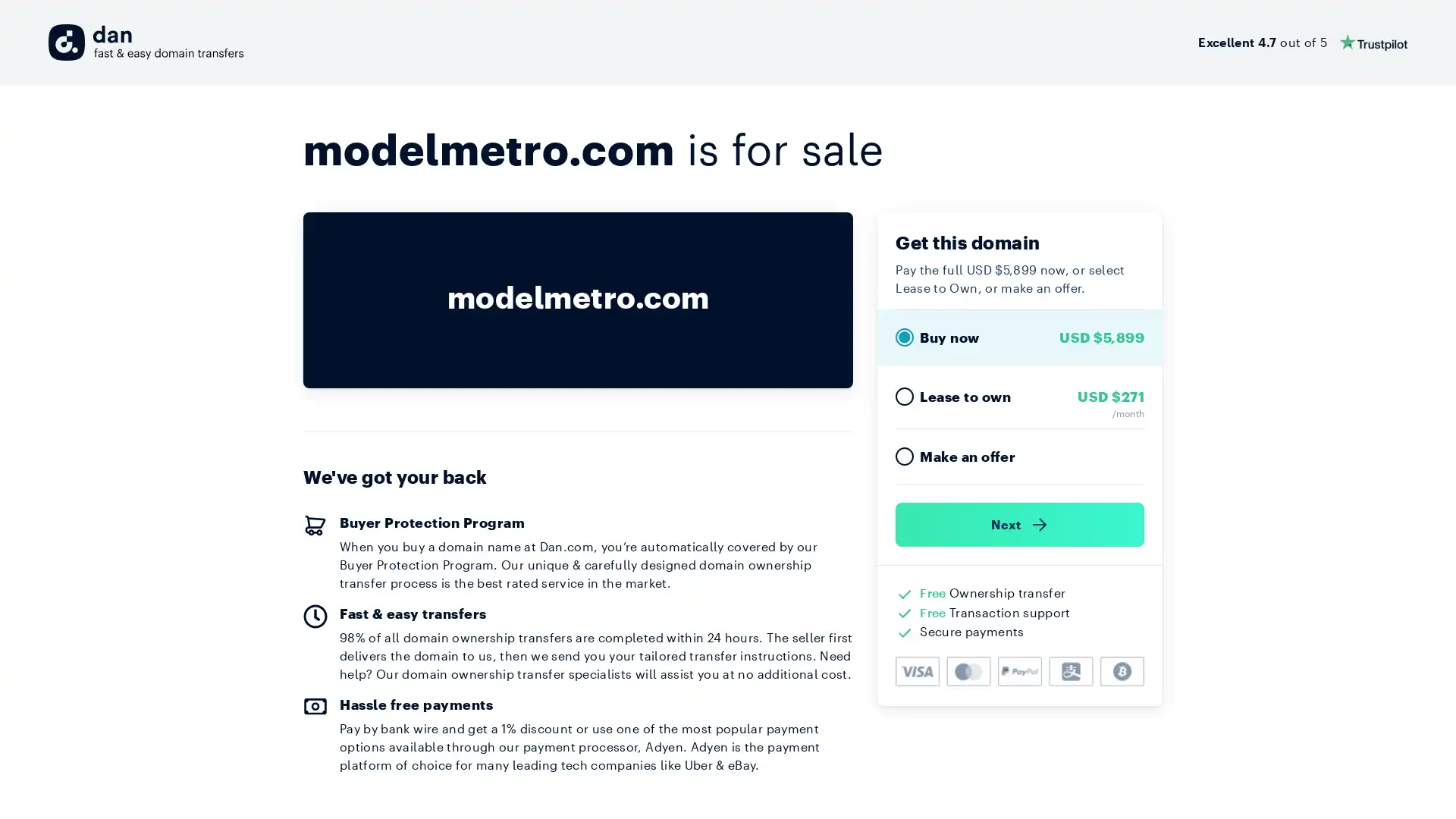 Image resolution: width=1456 pixels, height=819 pixels. What do you see at coordinates (1417, 780) in the screenshot?
I see `Open Intercom Messenger` at bounding box center [1417, 780].